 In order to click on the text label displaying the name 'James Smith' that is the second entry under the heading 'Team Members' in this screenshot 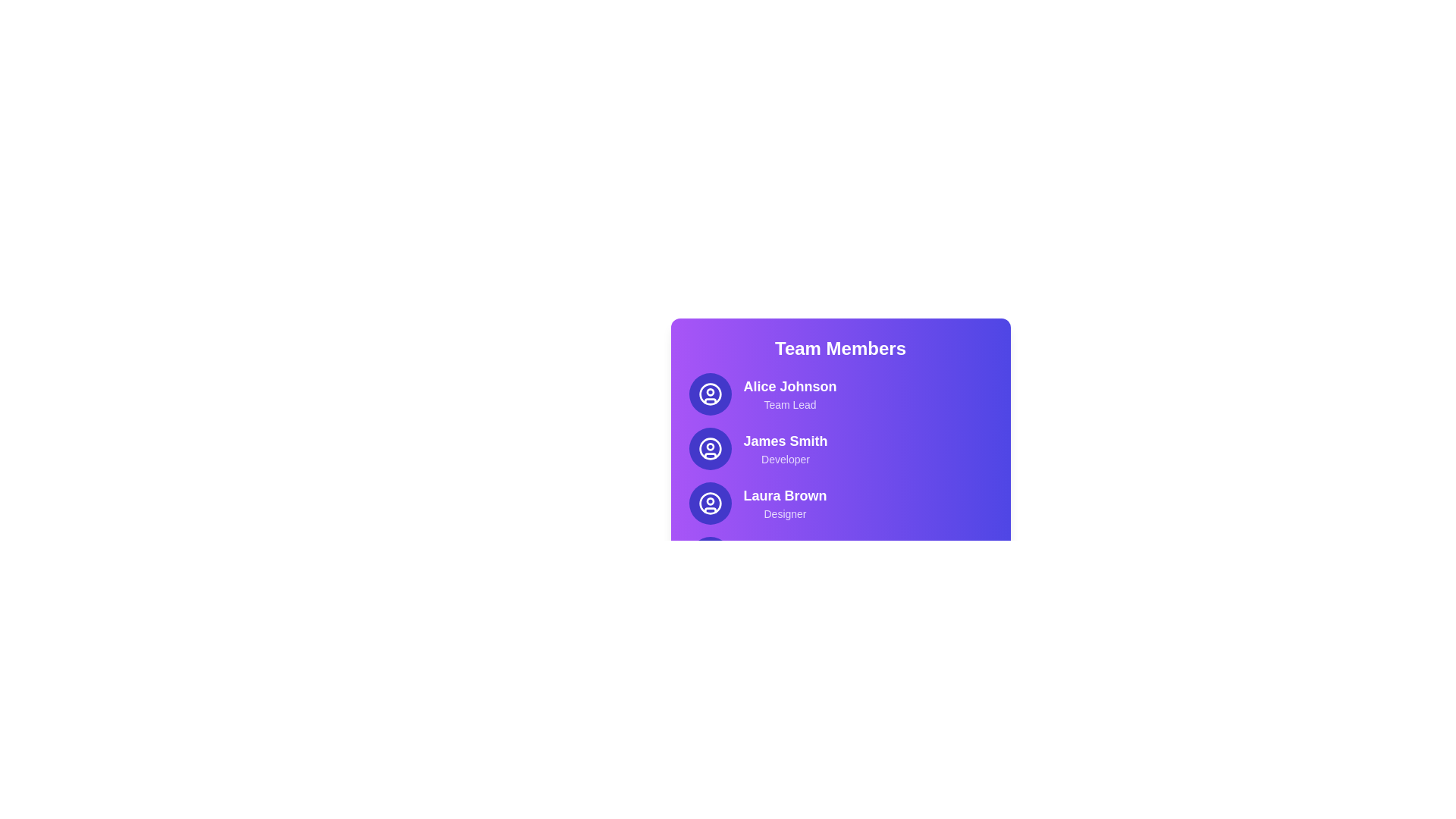, I will do `click(786, 441)`.